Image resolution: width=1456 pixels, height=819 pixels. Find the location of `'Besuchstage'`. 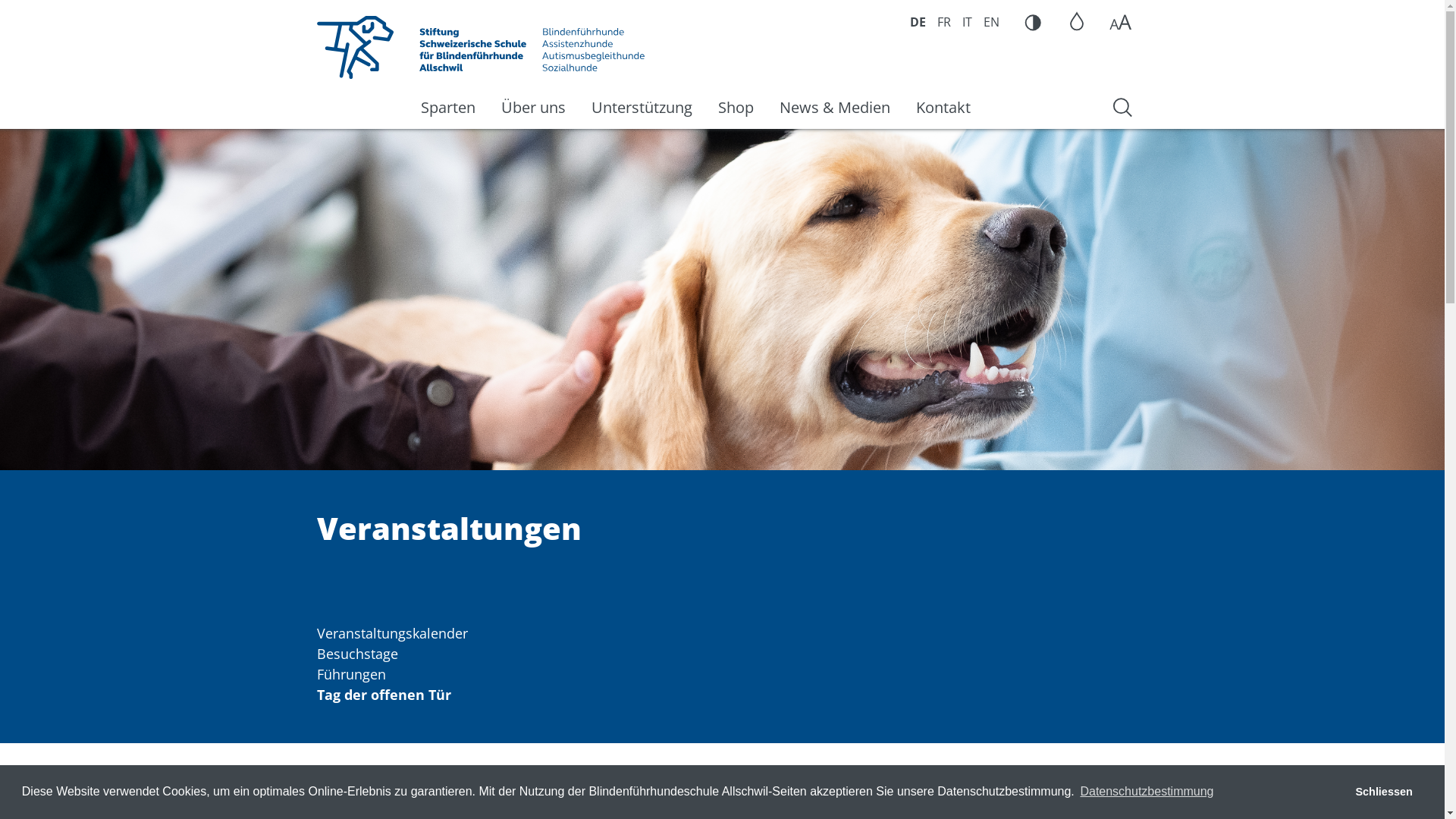

'Besuchstage' is located at coordinates (356, 652).